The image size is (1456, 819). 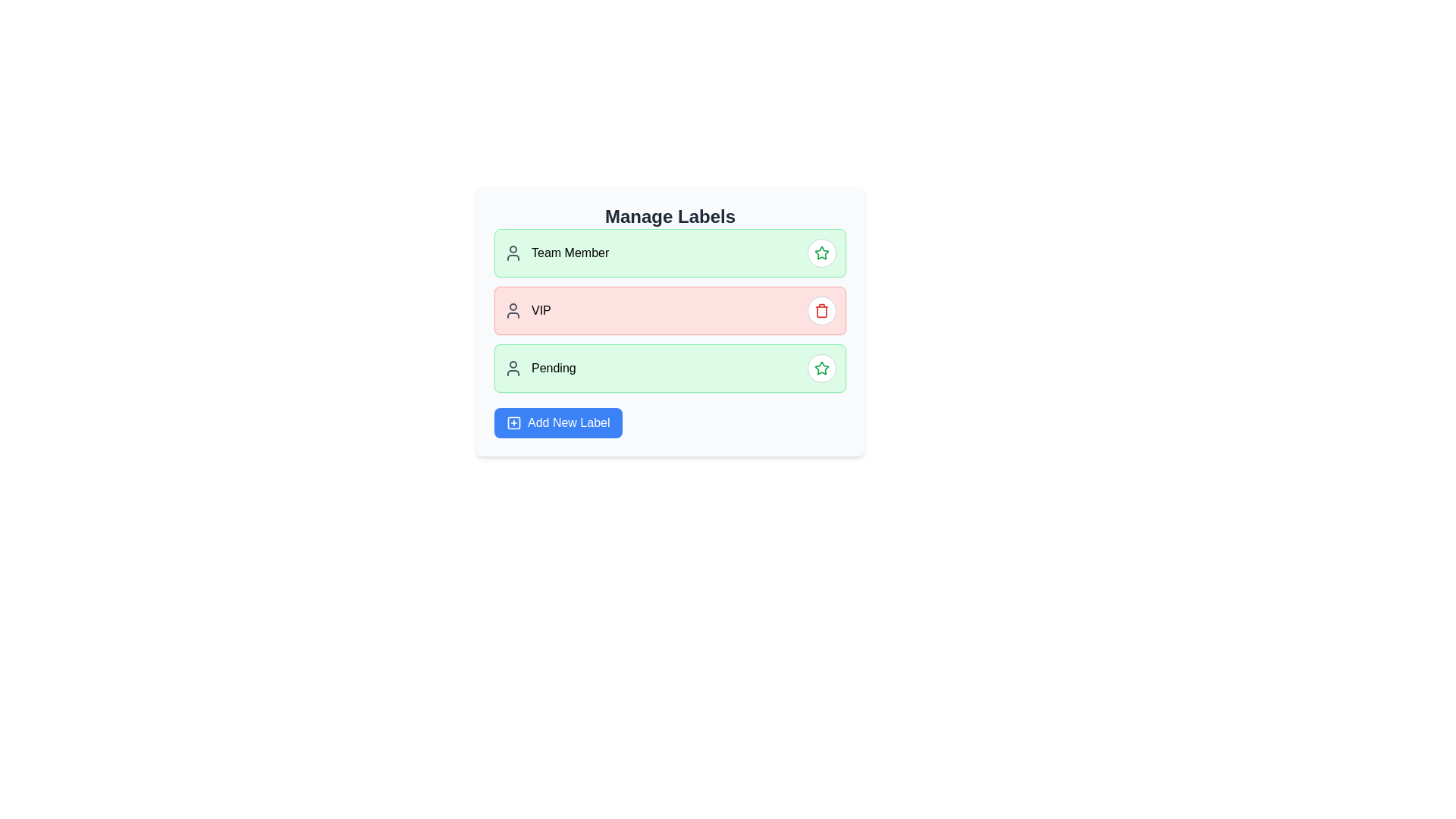 I want to click on the delete button located to the far right of the 'VIP' label, which is inside a red-highlighted box. This action will trigger the hover effect for the button, so click(x=821, y=309).